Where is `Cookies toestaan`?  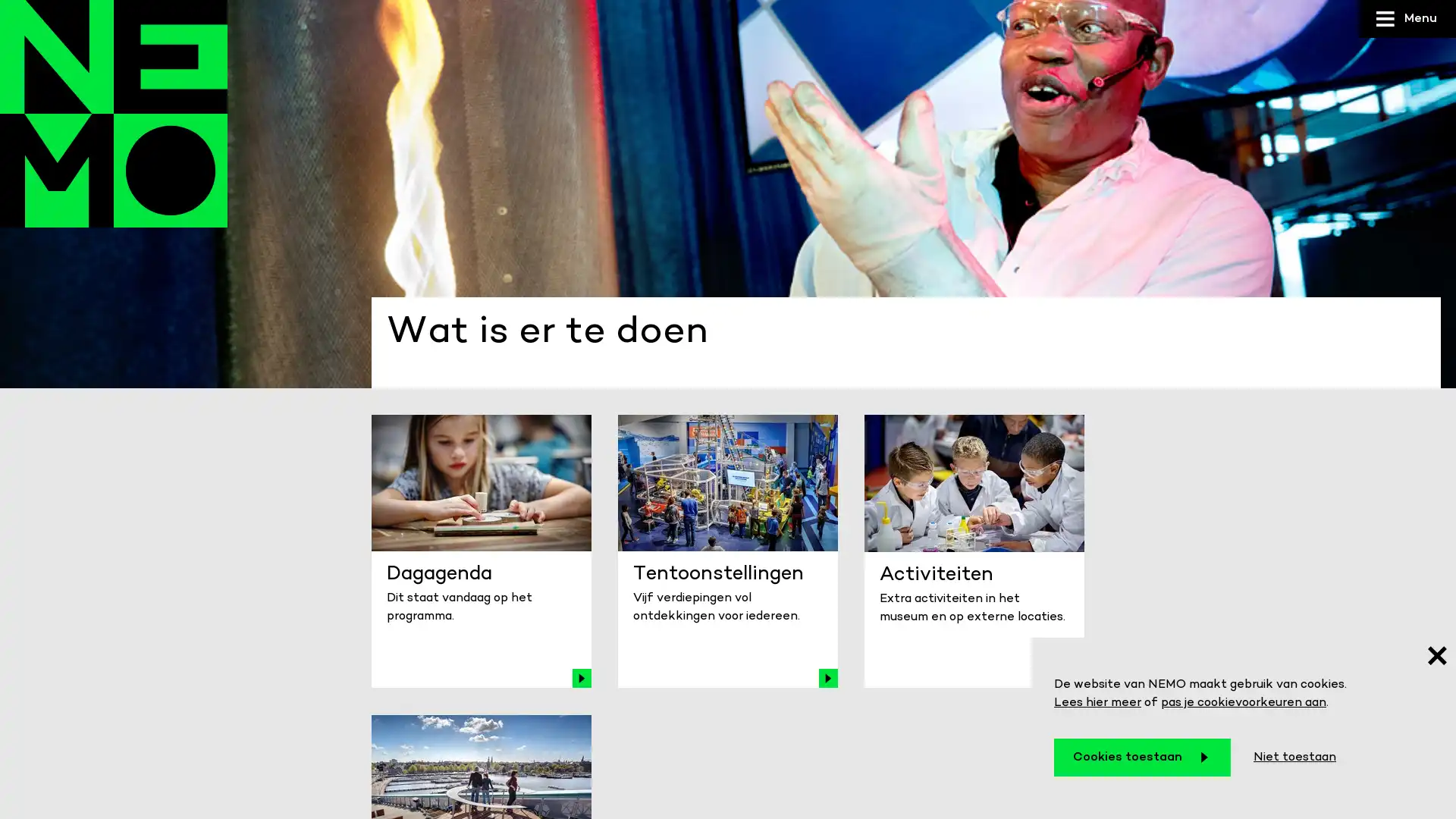
Cookies toestaan is located at coordinates (1142, 758).